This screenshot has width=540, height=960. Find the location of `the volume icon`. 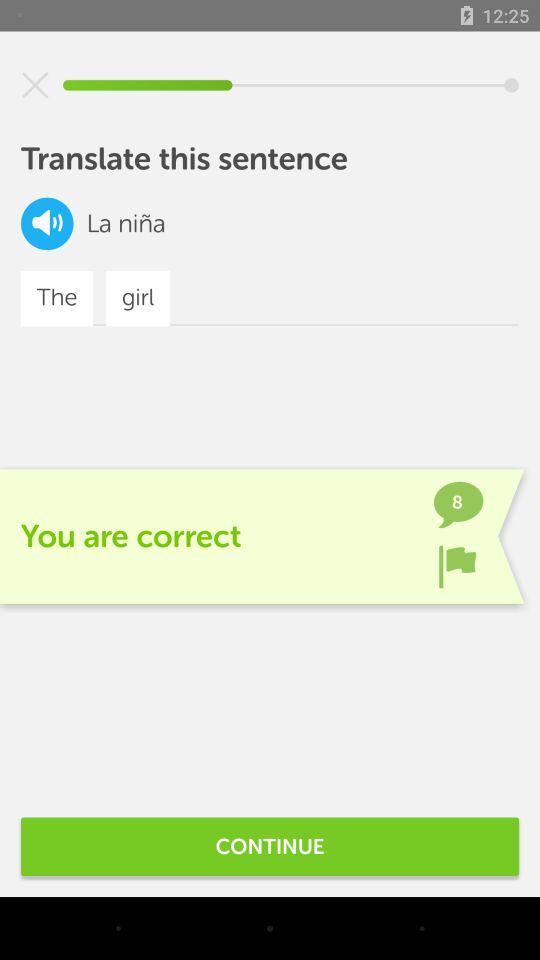

the volume icon is located at coordinates (47, 223).